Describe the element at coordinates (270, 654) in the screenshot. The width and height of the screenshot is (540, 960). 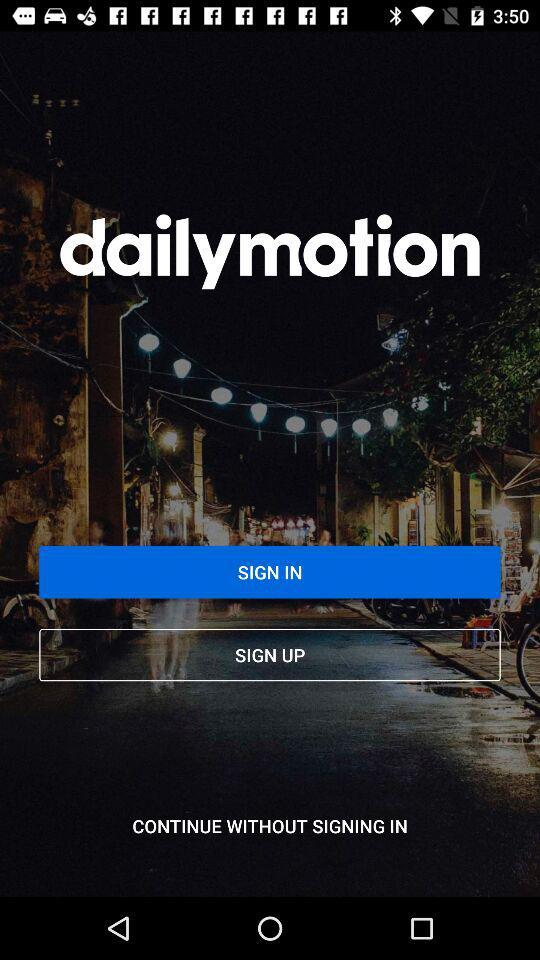
I see `sign up` at that location.